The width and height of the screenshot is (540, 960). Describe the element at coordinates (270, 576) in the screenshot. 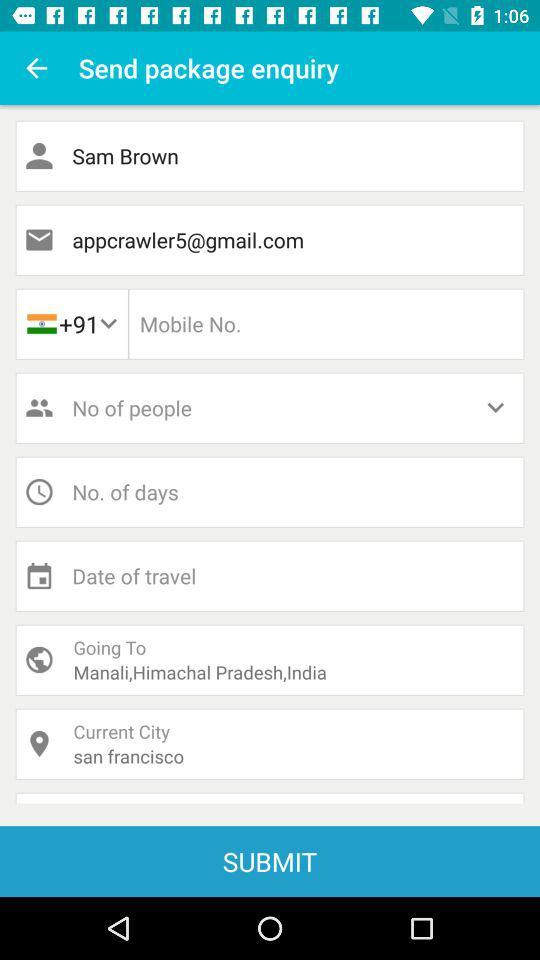

I see `the date of travel` at that location.